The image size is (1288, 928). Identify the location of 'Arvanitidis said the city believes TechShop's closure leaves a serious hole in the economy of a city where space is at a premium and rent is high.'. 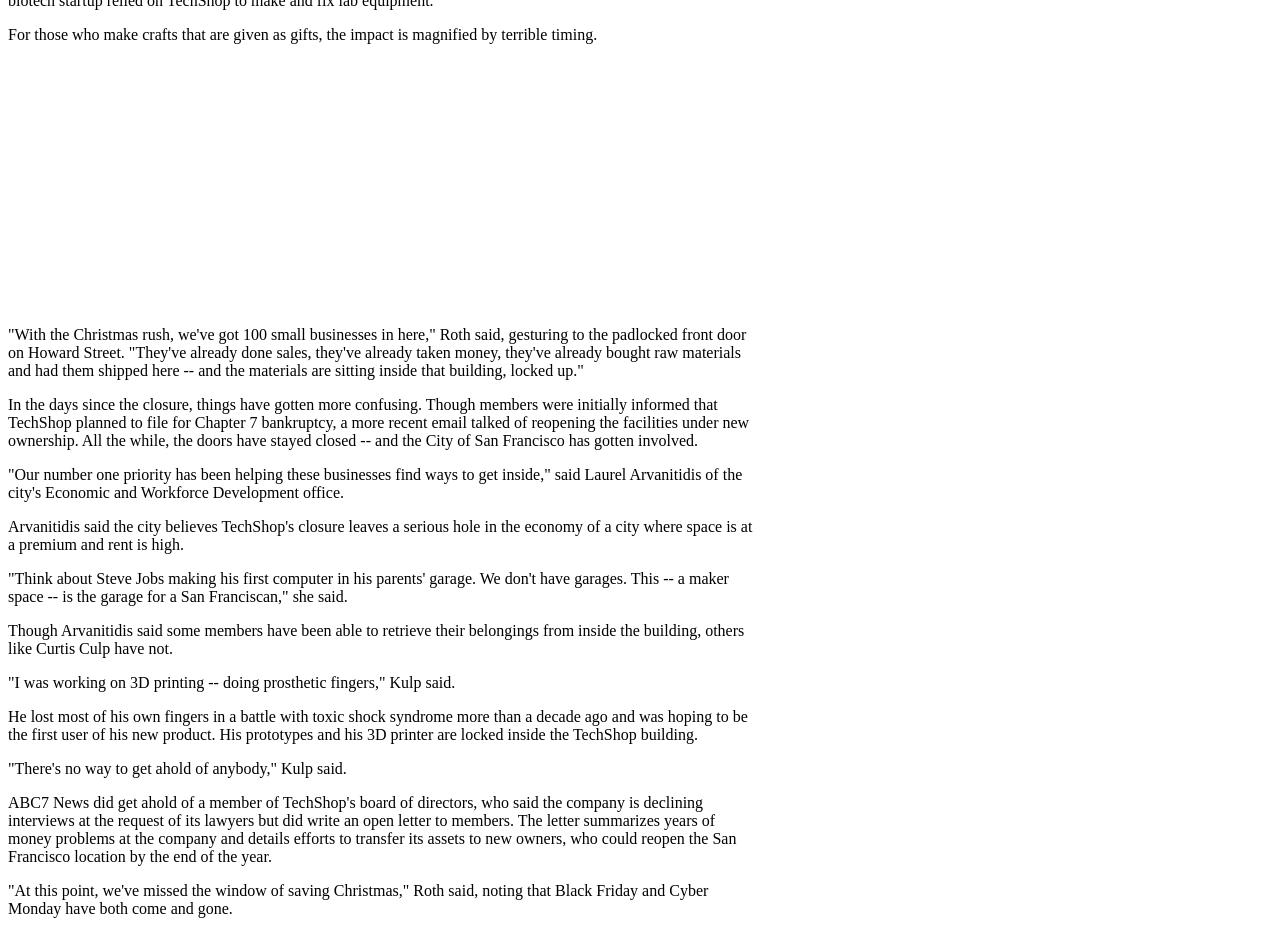
(7, 534).